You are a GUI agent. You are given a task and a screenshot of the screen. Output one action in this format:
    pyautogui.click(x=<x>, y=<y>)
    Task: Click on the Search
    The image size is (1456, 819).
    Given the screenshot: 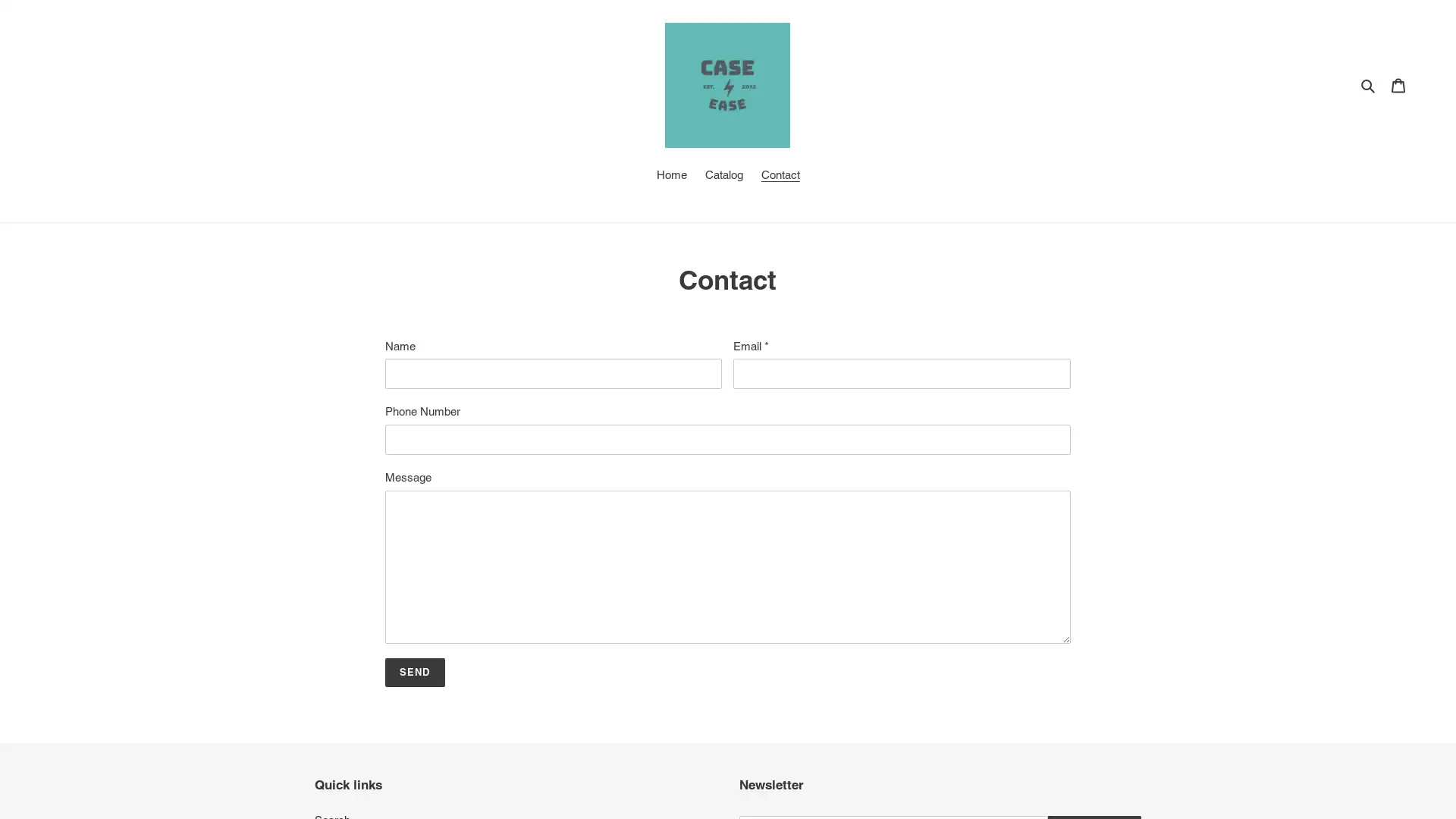 What is the action you would take?
    pyautogui.click(x=1368, y=84)
    